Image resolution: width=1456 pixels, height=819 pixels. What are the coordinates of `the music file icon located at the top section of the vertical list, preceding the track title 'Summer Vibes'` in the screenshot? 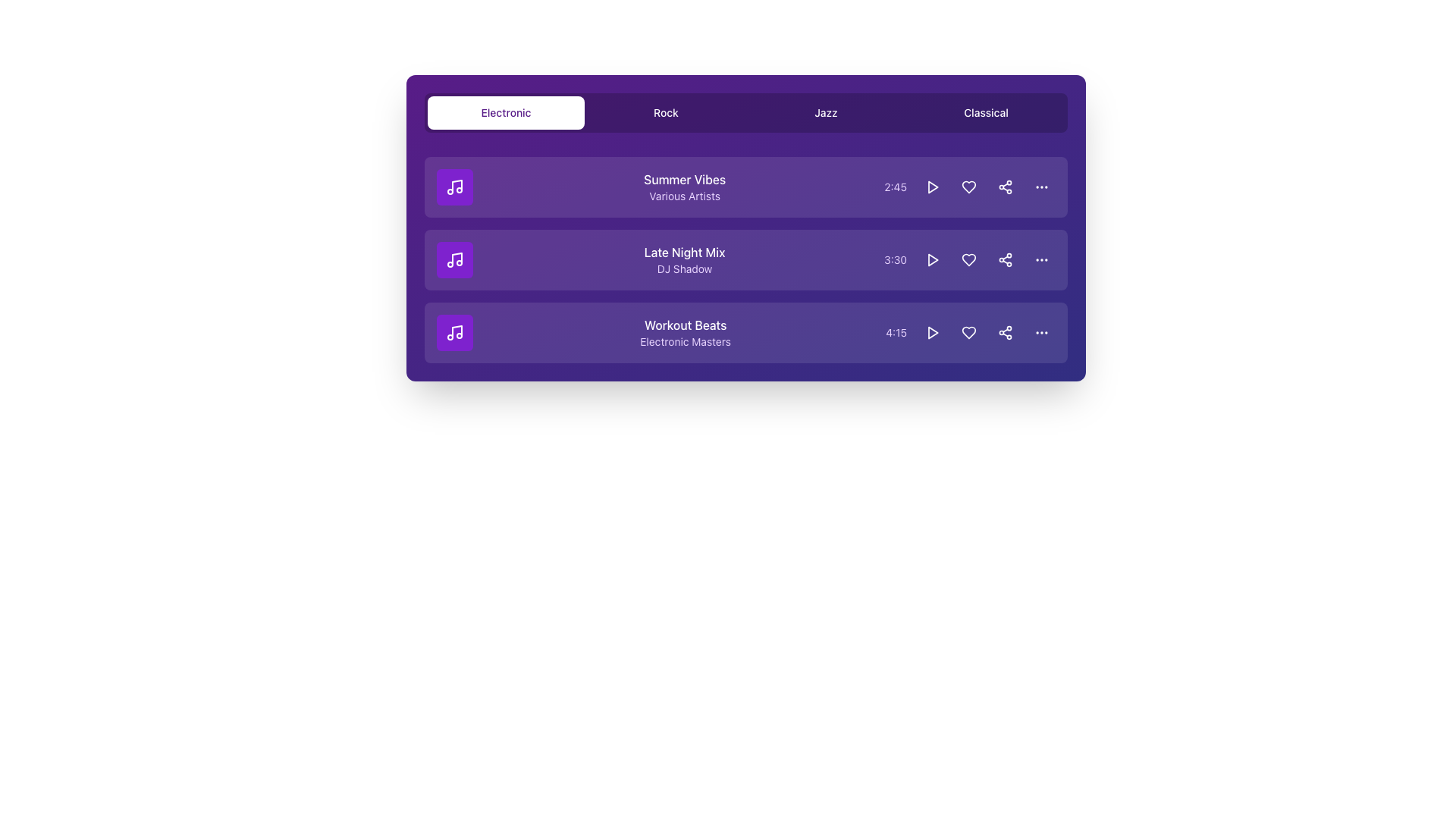 It's located at (454, 186).